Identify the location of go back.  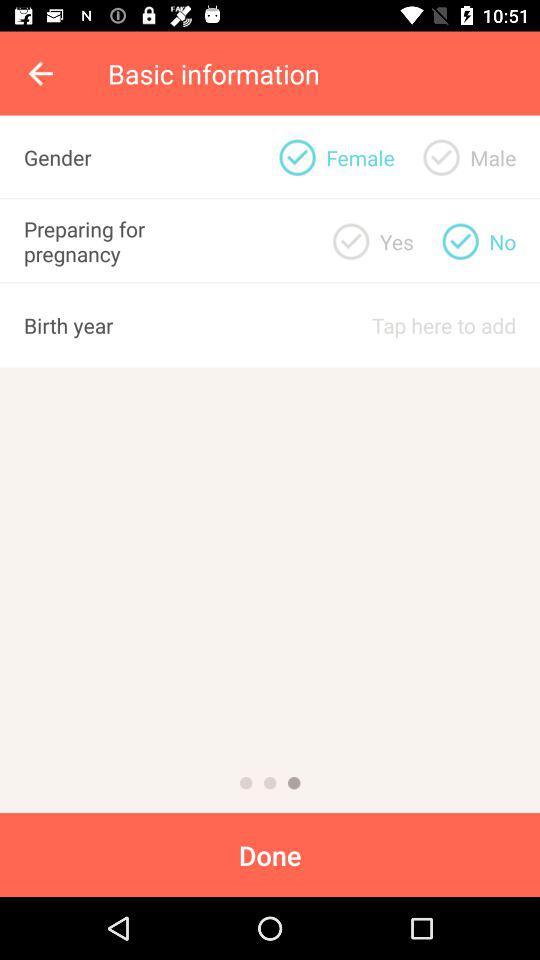
(270, 783).